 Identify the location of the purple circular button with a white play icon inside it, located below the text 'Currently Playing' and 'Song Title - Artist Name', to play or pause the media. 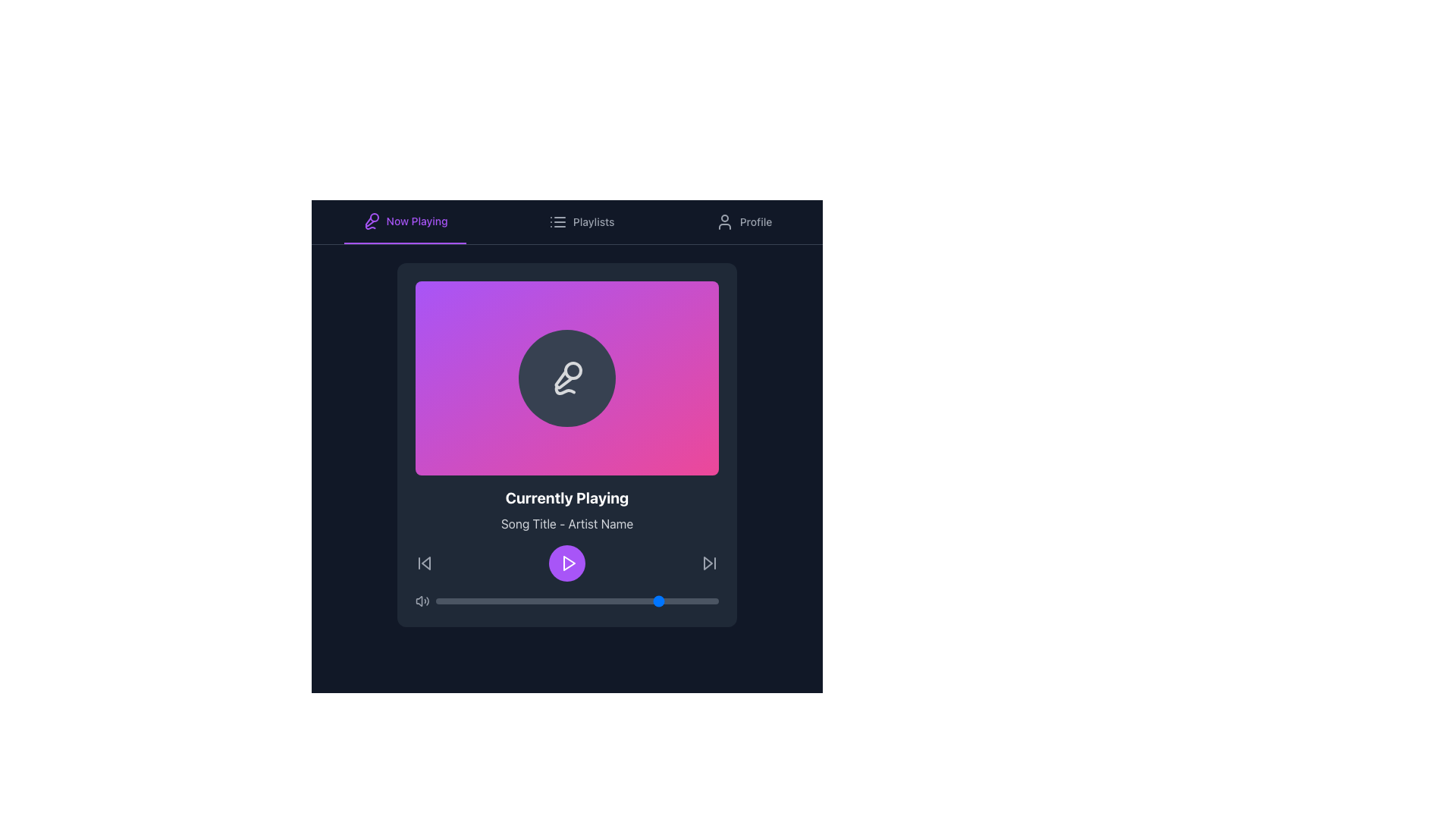
(566, 563).